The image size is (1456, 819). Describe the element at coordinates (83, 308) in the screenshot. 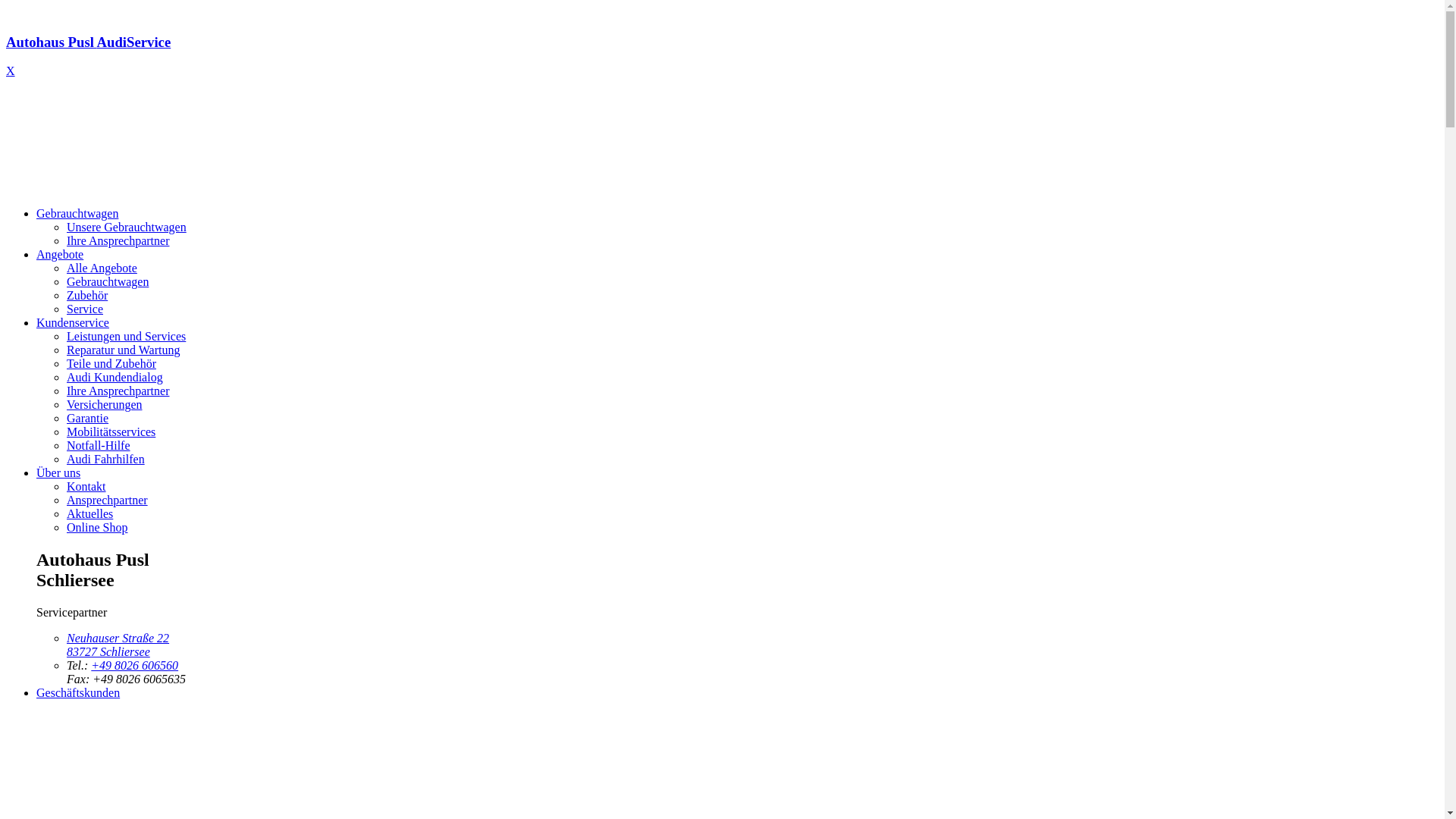

I see `'Service'` at that location.